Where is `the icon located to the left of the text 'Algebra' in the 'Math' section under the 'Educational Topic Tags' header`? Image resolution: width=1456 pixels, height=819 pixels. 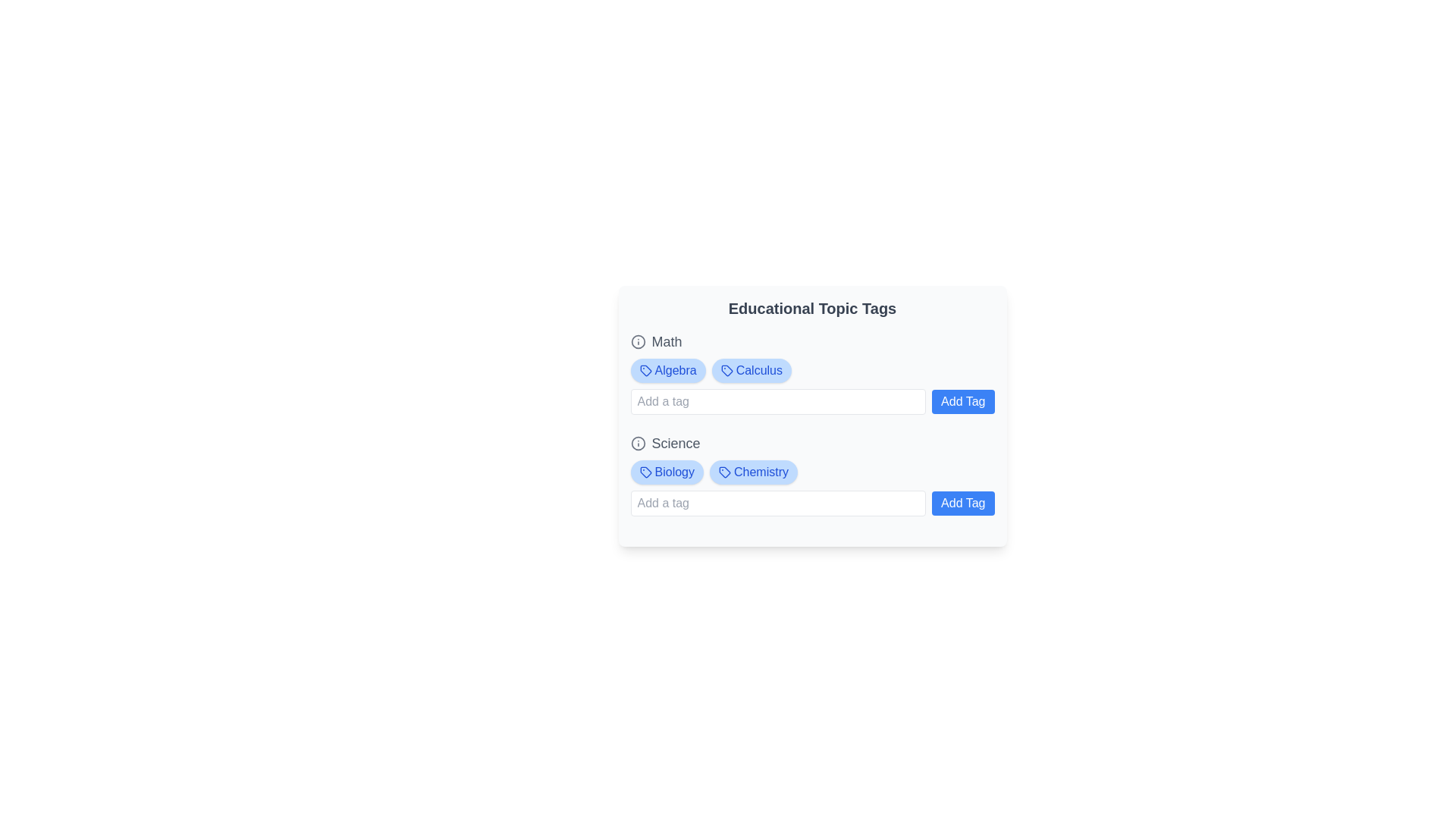 the icon located to the left of the text 'Algebra' in the 'Math' section under the 'Educational Topic Tags' header is located at coordinates (645, 371).